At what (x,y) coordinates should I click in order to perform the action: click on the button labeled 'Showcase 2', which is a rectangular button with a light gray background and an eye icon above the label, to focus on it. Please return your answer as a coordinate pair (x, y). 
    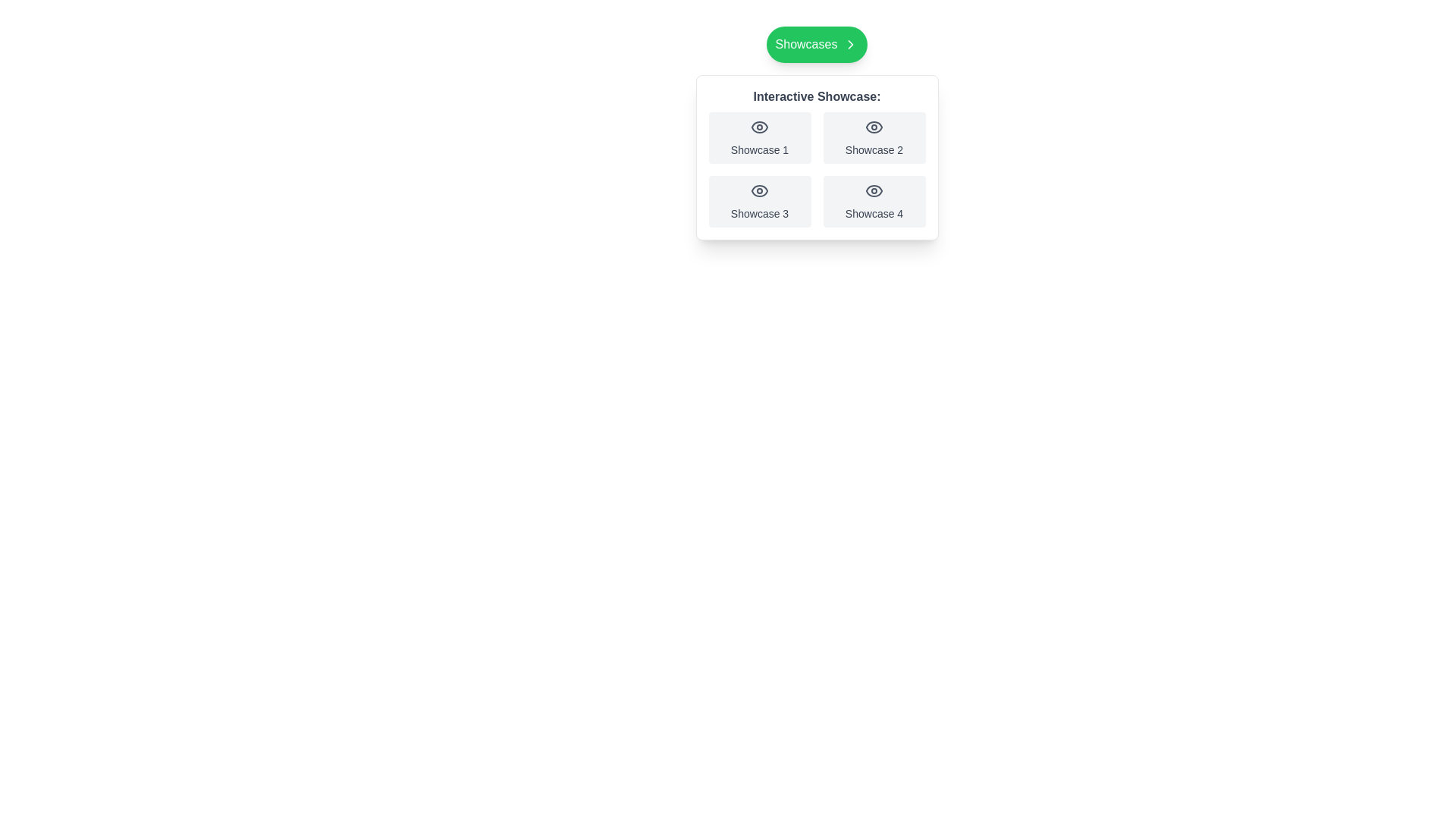
    Looking at the image, I should click on (874, 137).